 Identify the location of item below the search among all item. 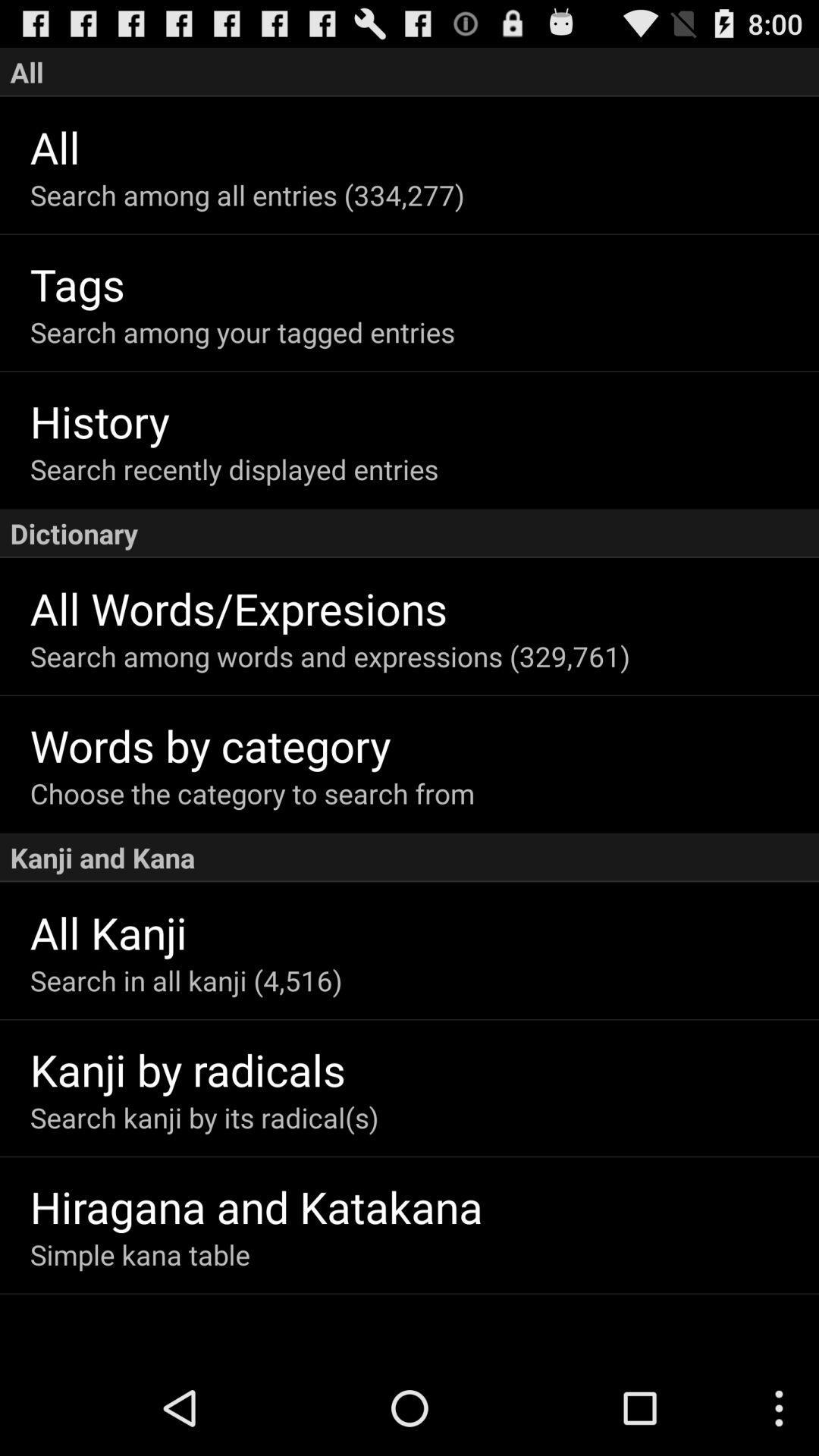
(424, 284).